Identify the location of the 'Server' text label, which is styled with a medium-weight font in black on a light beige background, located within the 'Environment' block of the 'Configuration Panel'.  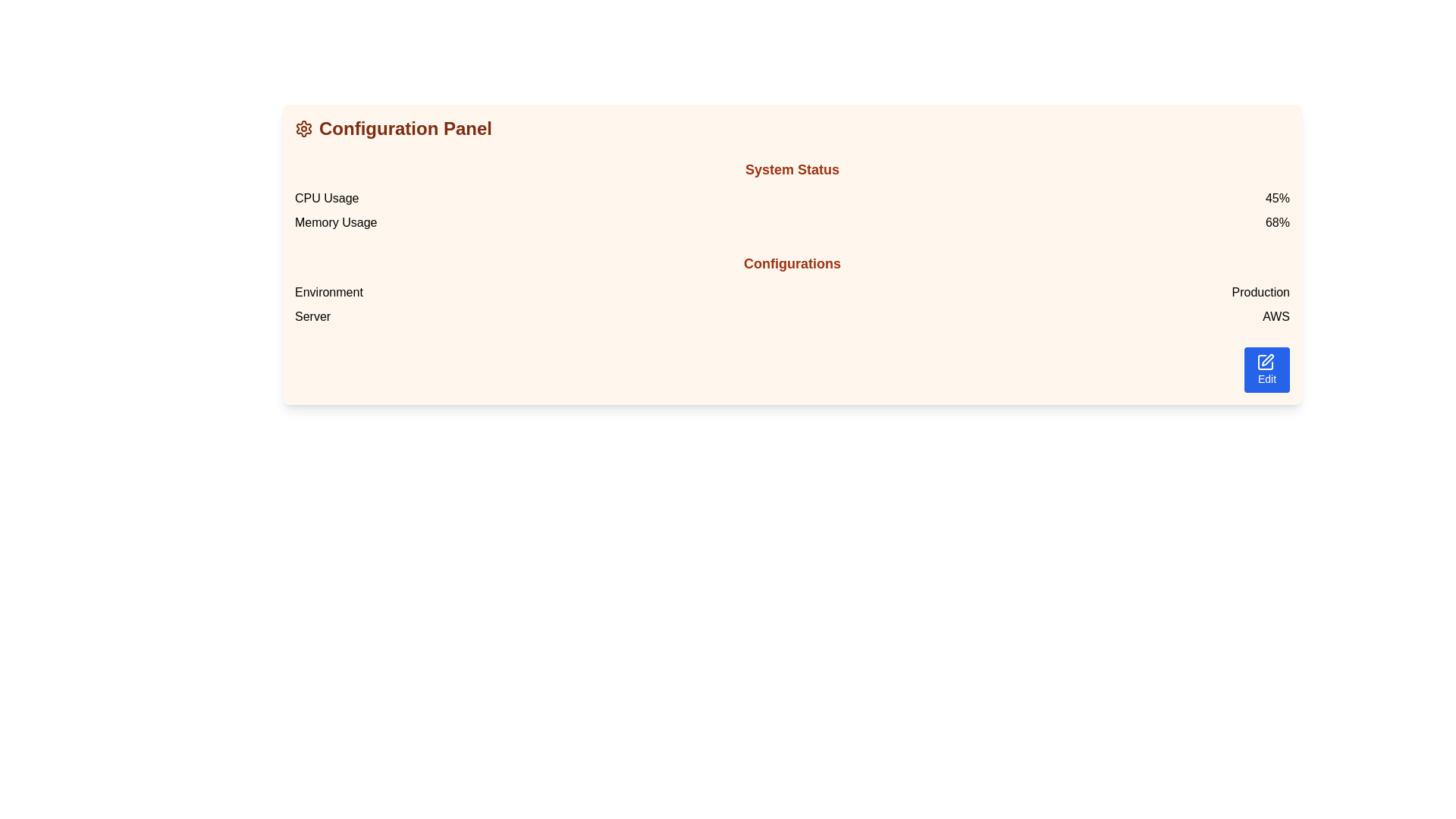
(312, 315).